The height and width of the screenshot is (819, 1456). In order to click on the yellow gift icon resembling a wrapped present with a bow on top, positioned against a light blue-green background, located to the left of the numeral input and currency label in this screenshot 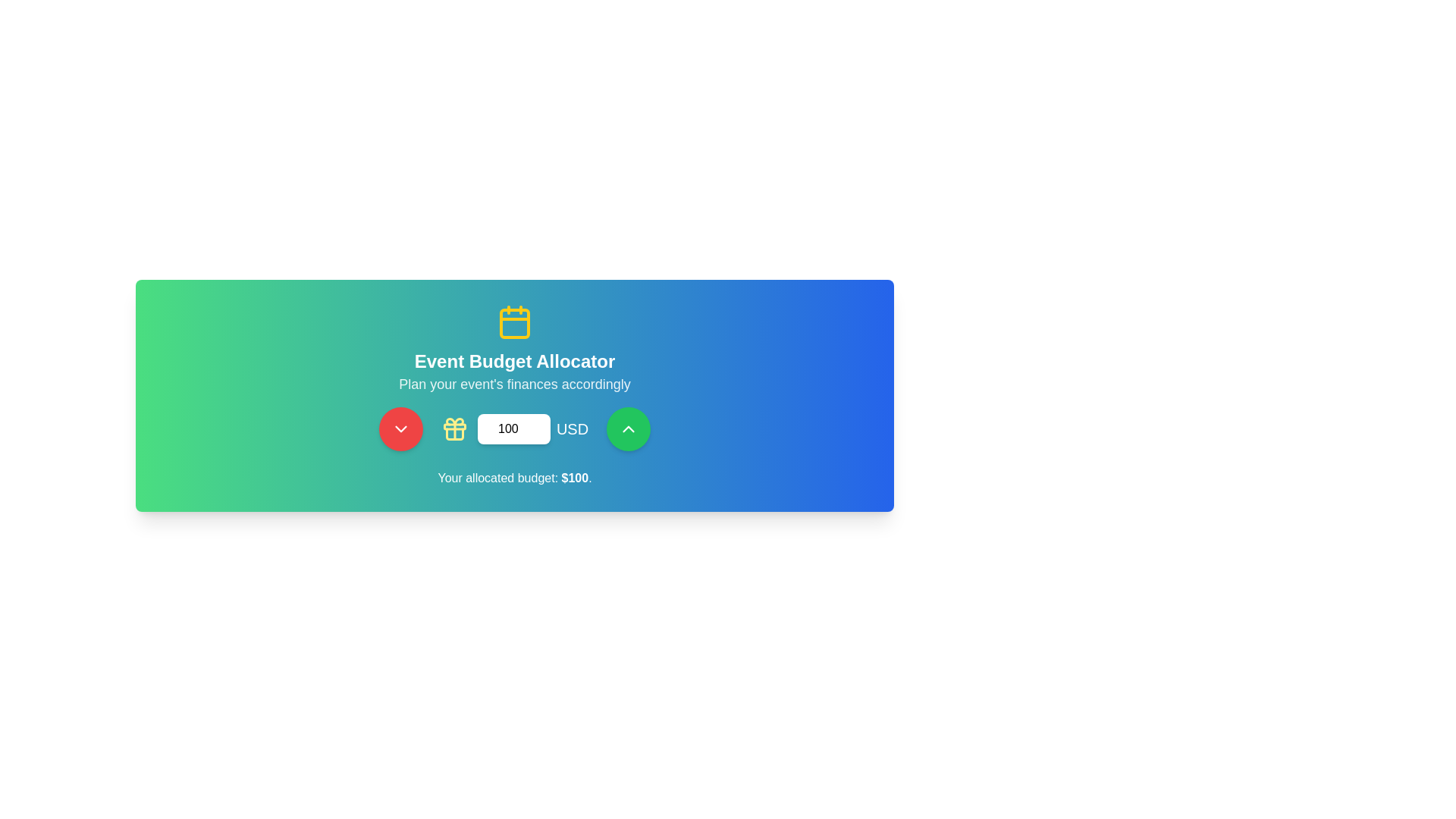, I will do `click(453, 429)`.